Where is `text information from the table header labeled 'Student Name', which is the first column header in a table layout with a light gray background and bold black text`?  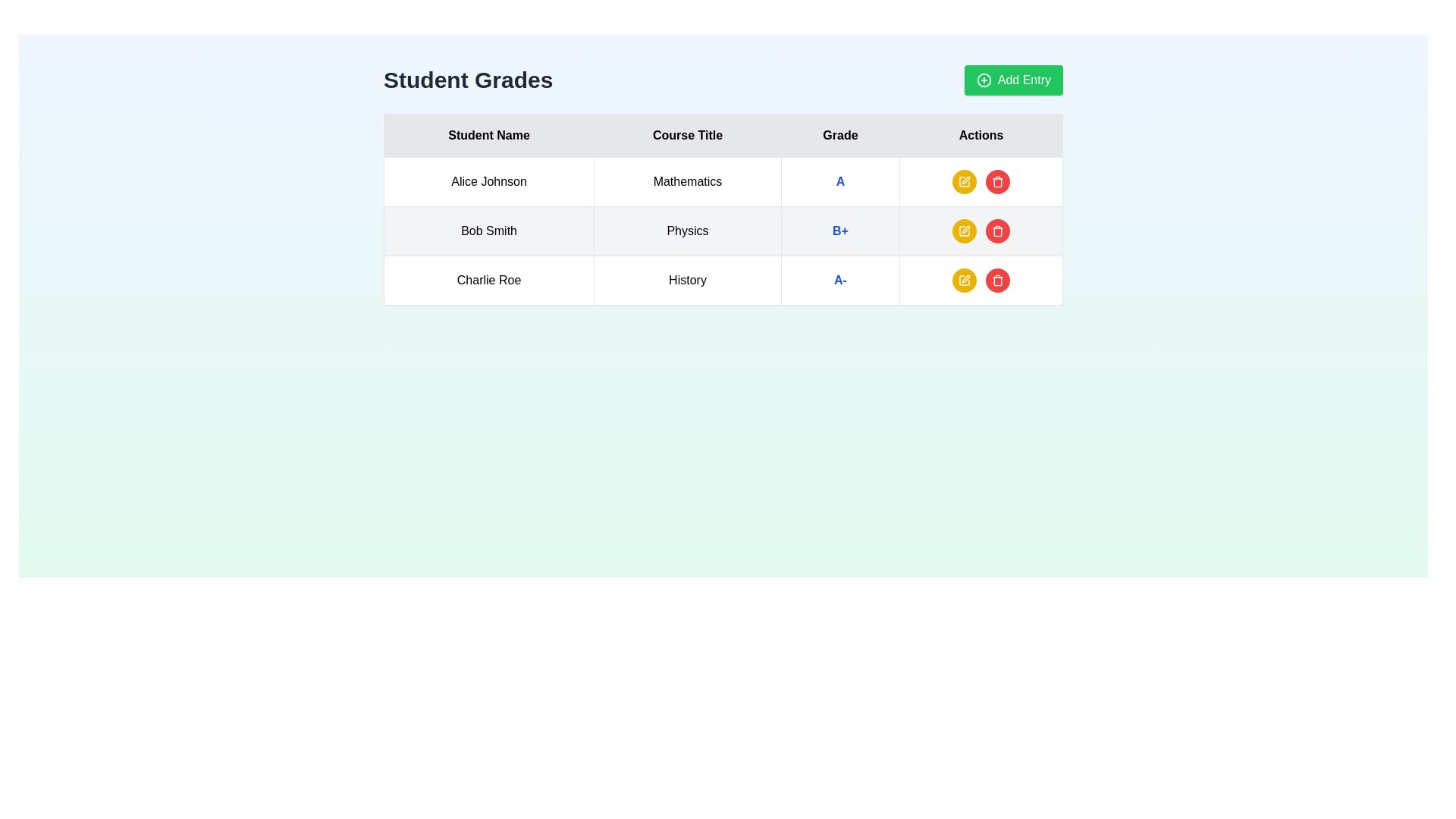
text information from the table header labeled 'Student Name', which is the first column header in a table layout with a light gray background and bold black text is located at coordinates (489, 134).